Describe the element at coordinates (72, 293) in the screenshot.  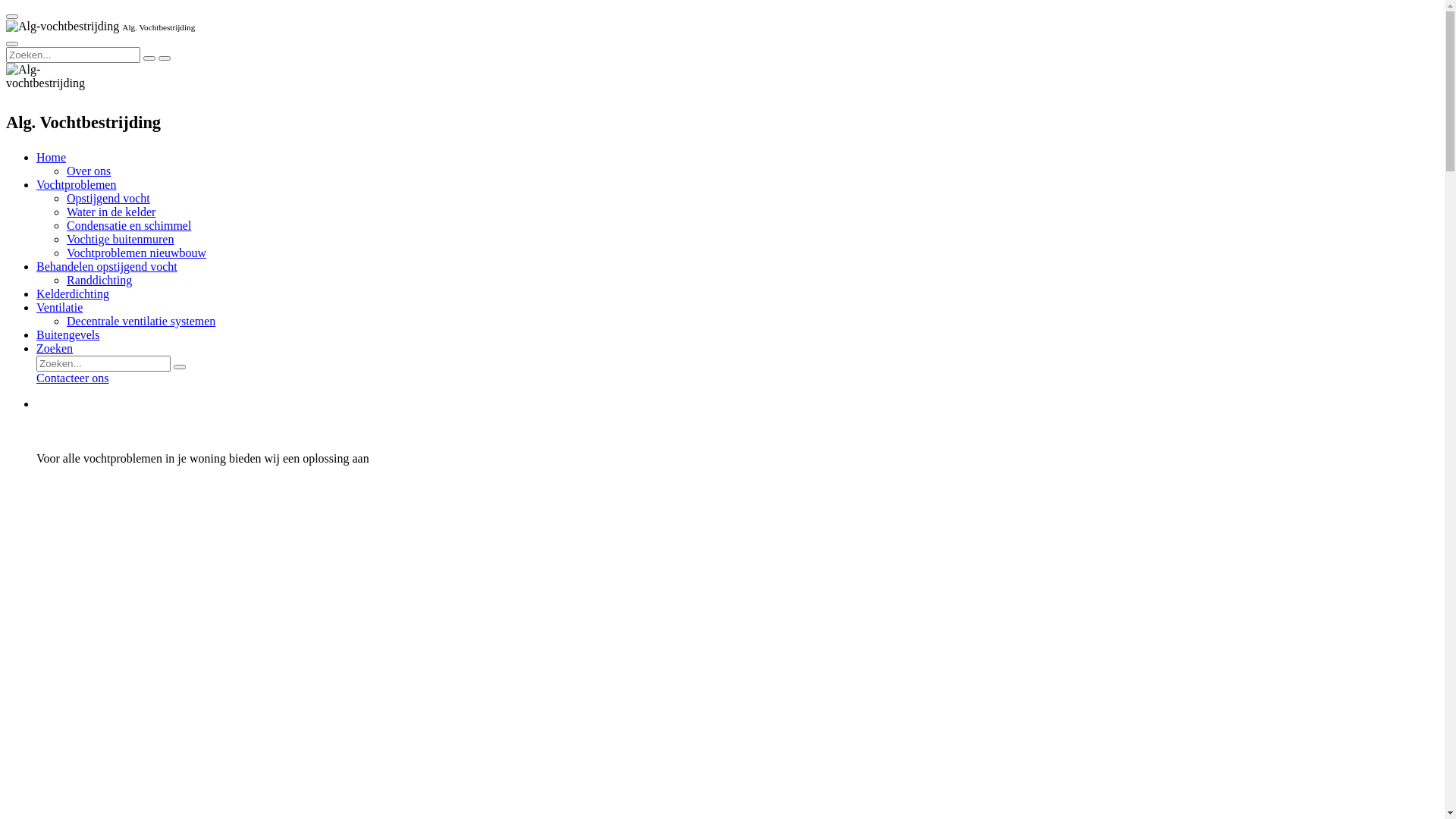
I see `'Kelderdichting'` at that location.